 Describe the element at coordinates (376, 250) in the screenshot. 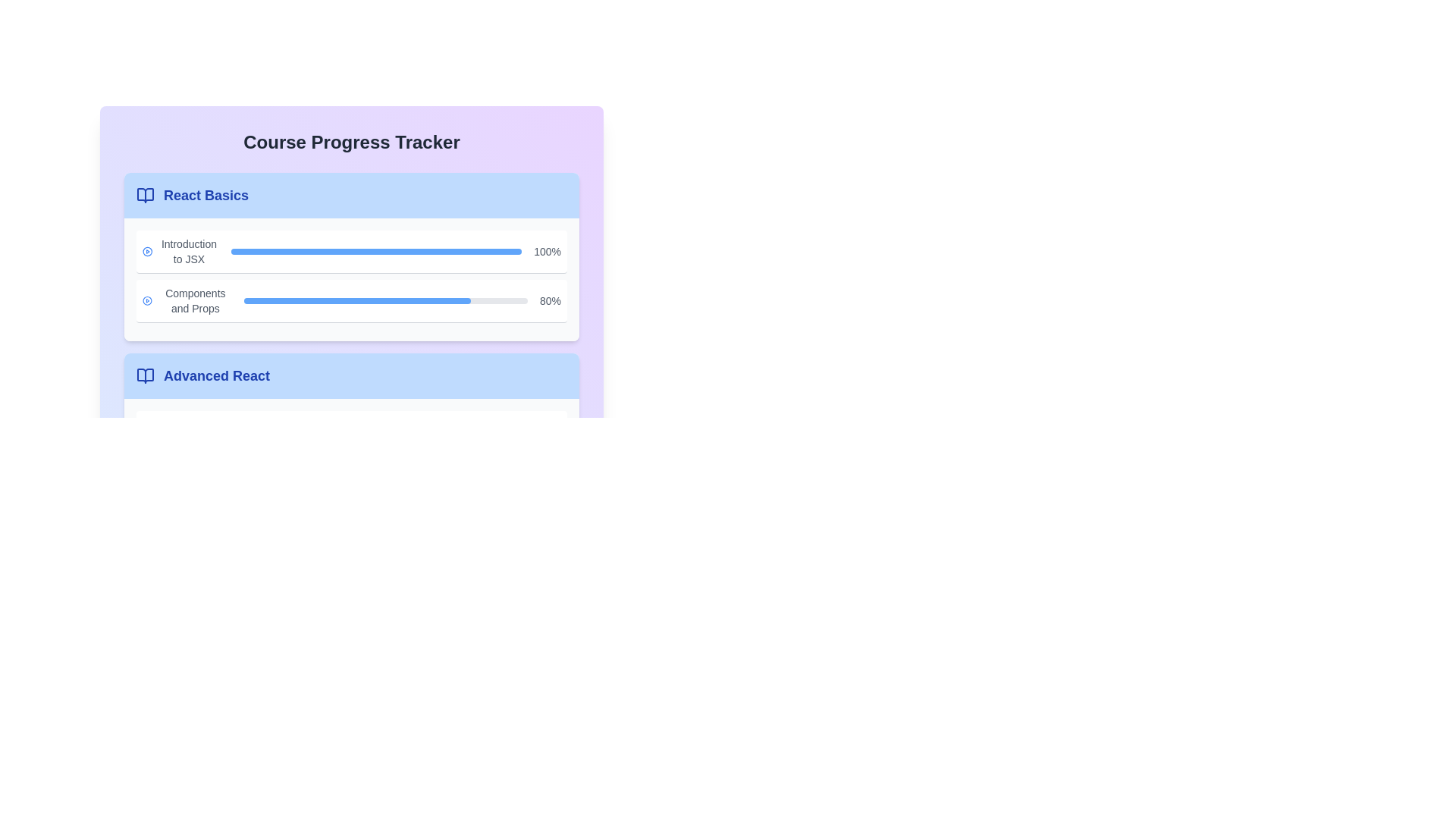

I see `the fully filled progress bar indicating the completion of the course 'Introduction to JSX'` at that location.